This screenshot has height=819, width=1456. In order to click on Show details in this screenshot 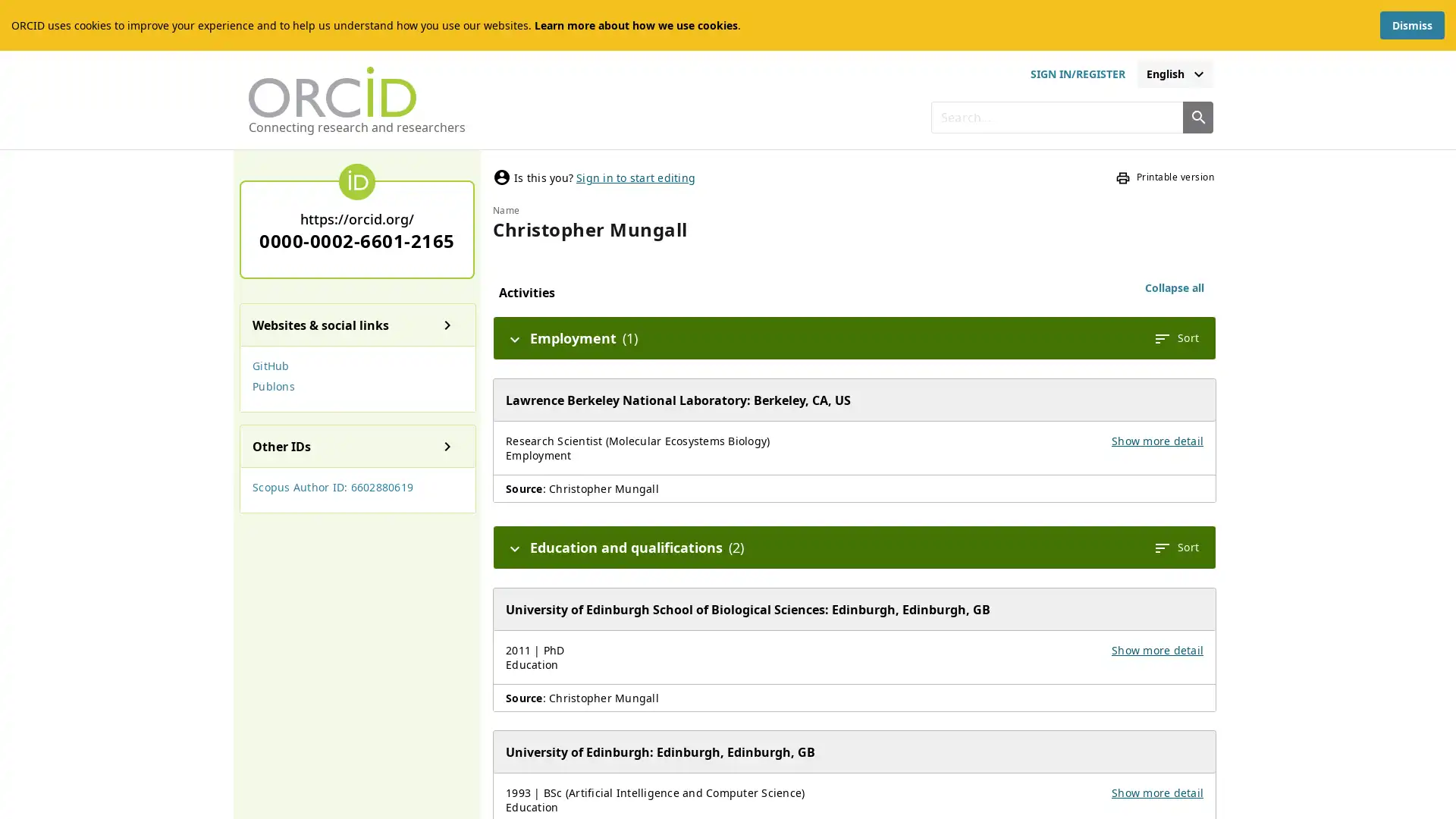, I will do `click(447, 444)`.